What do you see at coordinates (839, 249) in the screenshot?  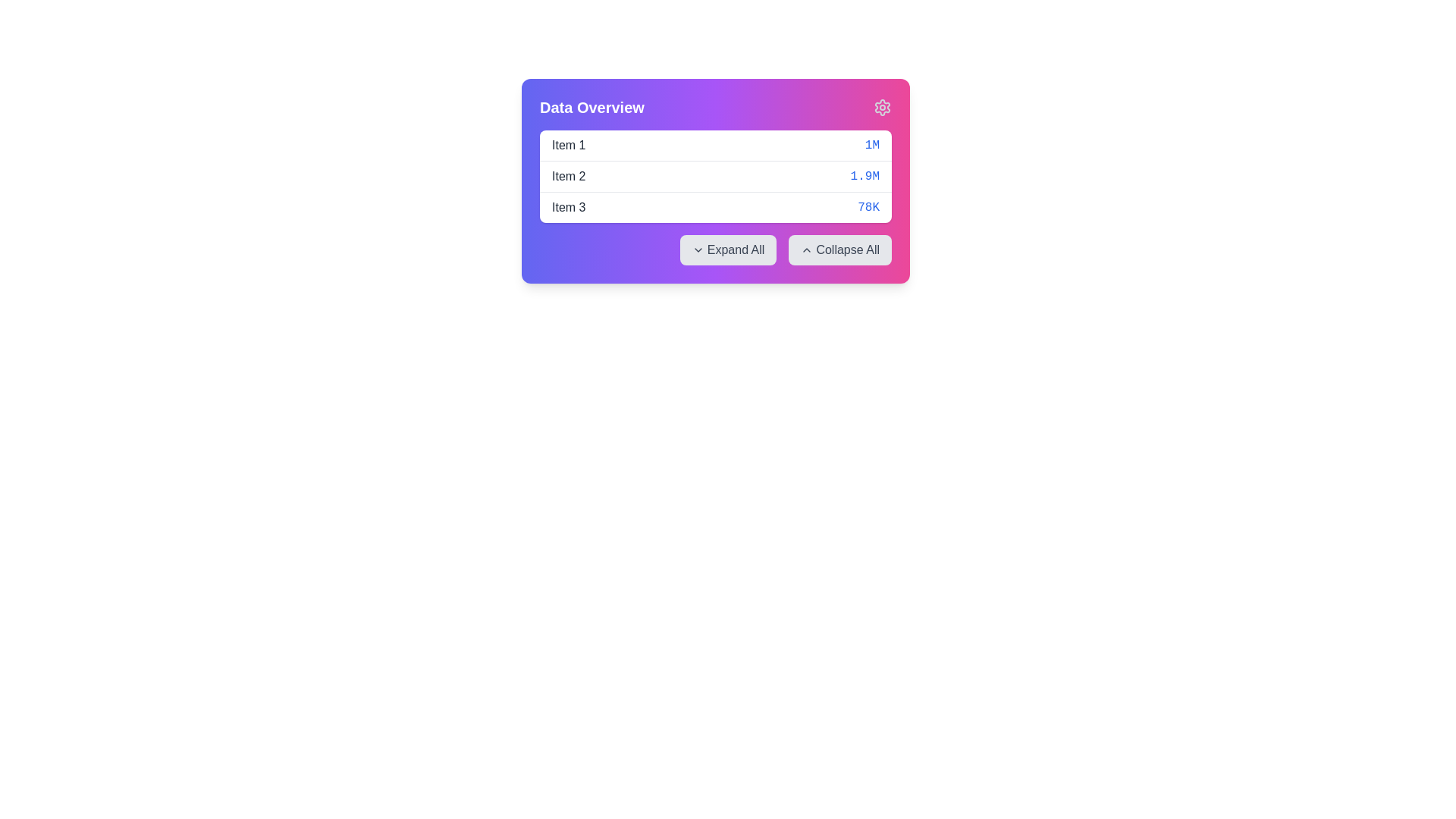 I see `the last button that collapses all expanded sections in the associated interface` at bounding box center [839, 249].